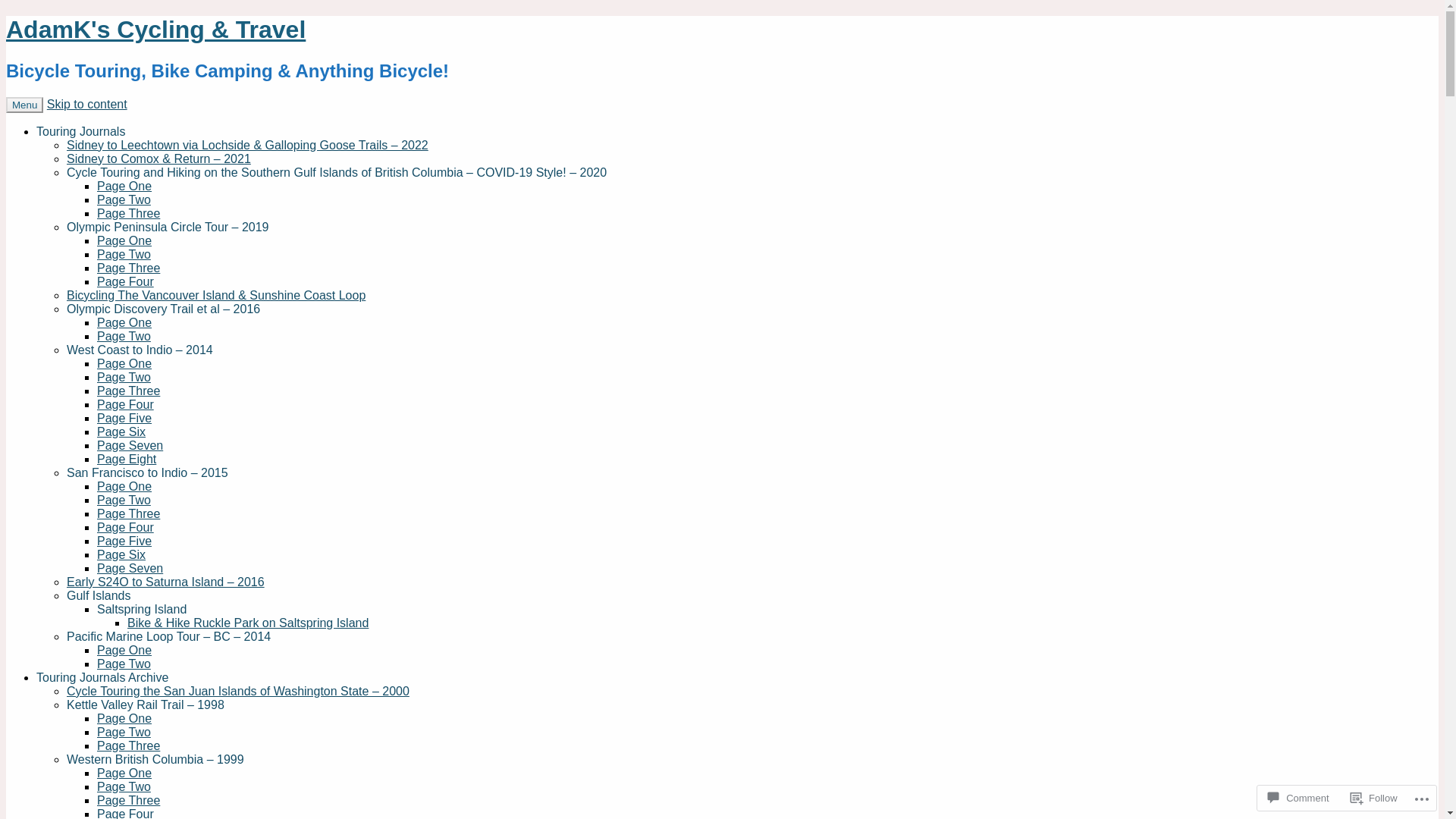  Describe the element at coordinates (36, 676) in the screenshot. I see `'Touring Journals Archive'` at that location.